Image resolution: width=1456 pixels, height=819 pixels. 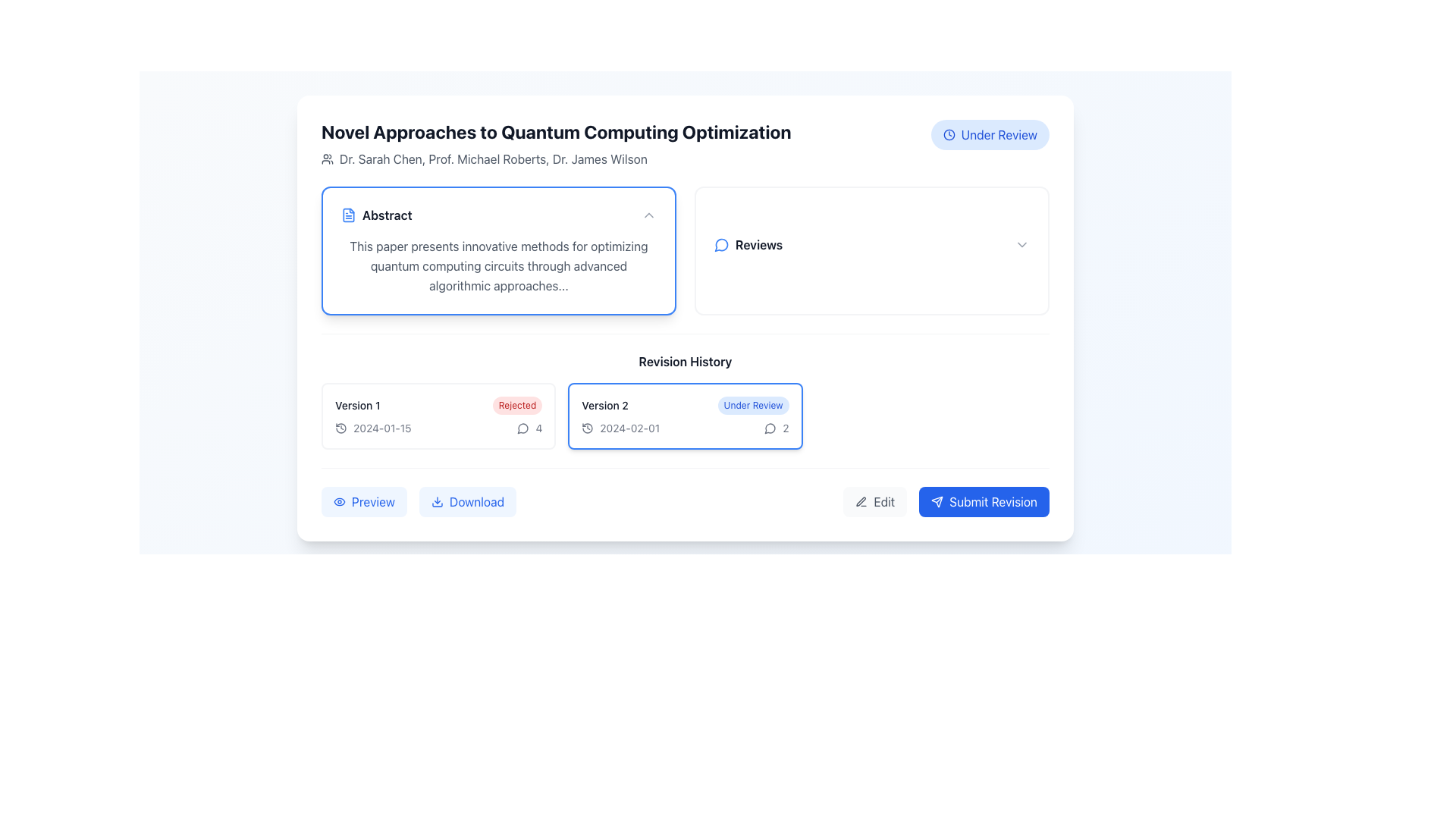 What do you see at coordinates (382, 428) in the screenshot?
I see `the date display text label located in the 'Version History' section, directly below 'Version 1'` at bounding box center [382, 428].